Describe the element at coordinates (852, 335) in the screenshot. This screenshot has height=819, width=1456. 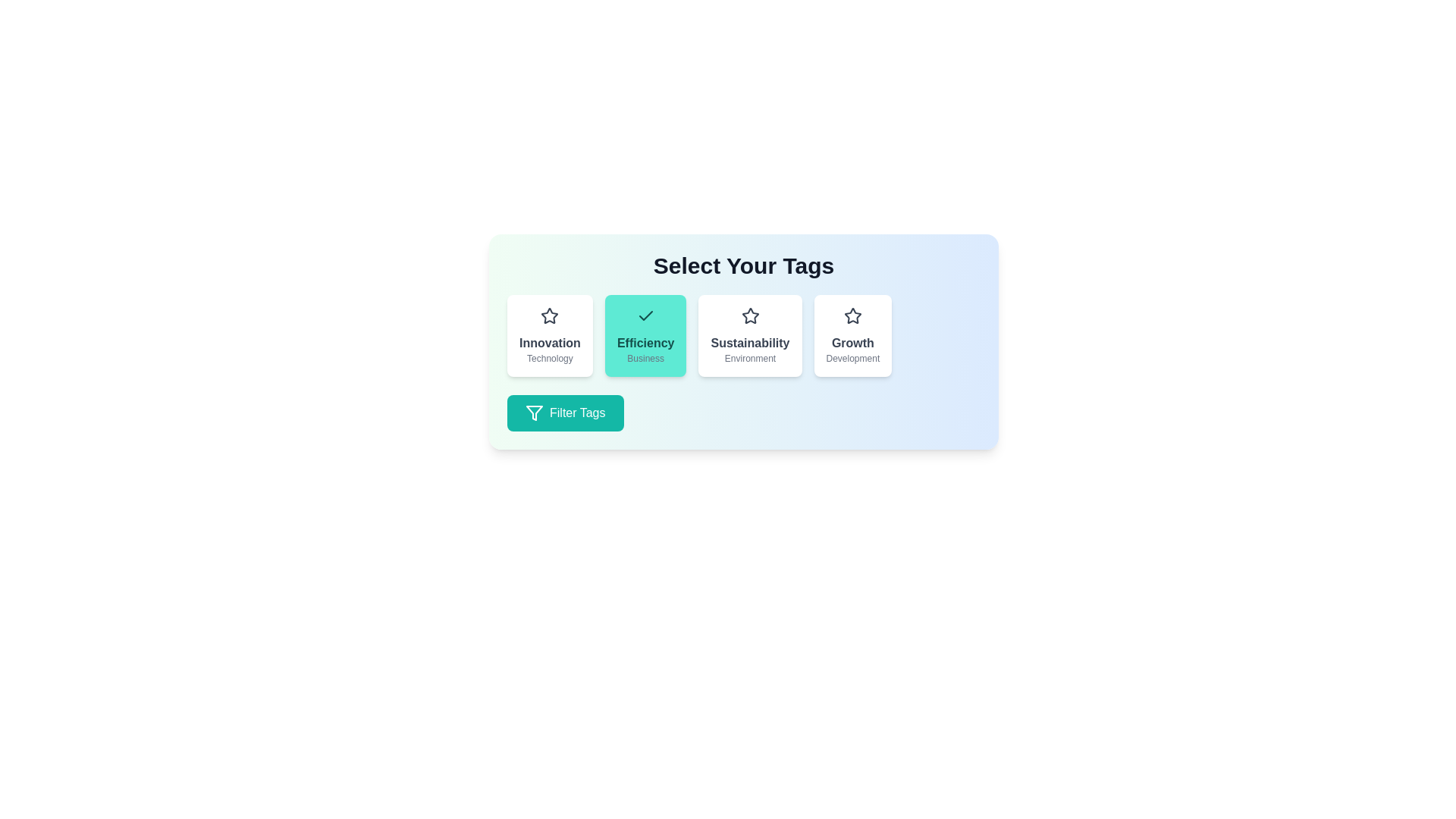
I see `the tag Growth by clicking on it` at that location.